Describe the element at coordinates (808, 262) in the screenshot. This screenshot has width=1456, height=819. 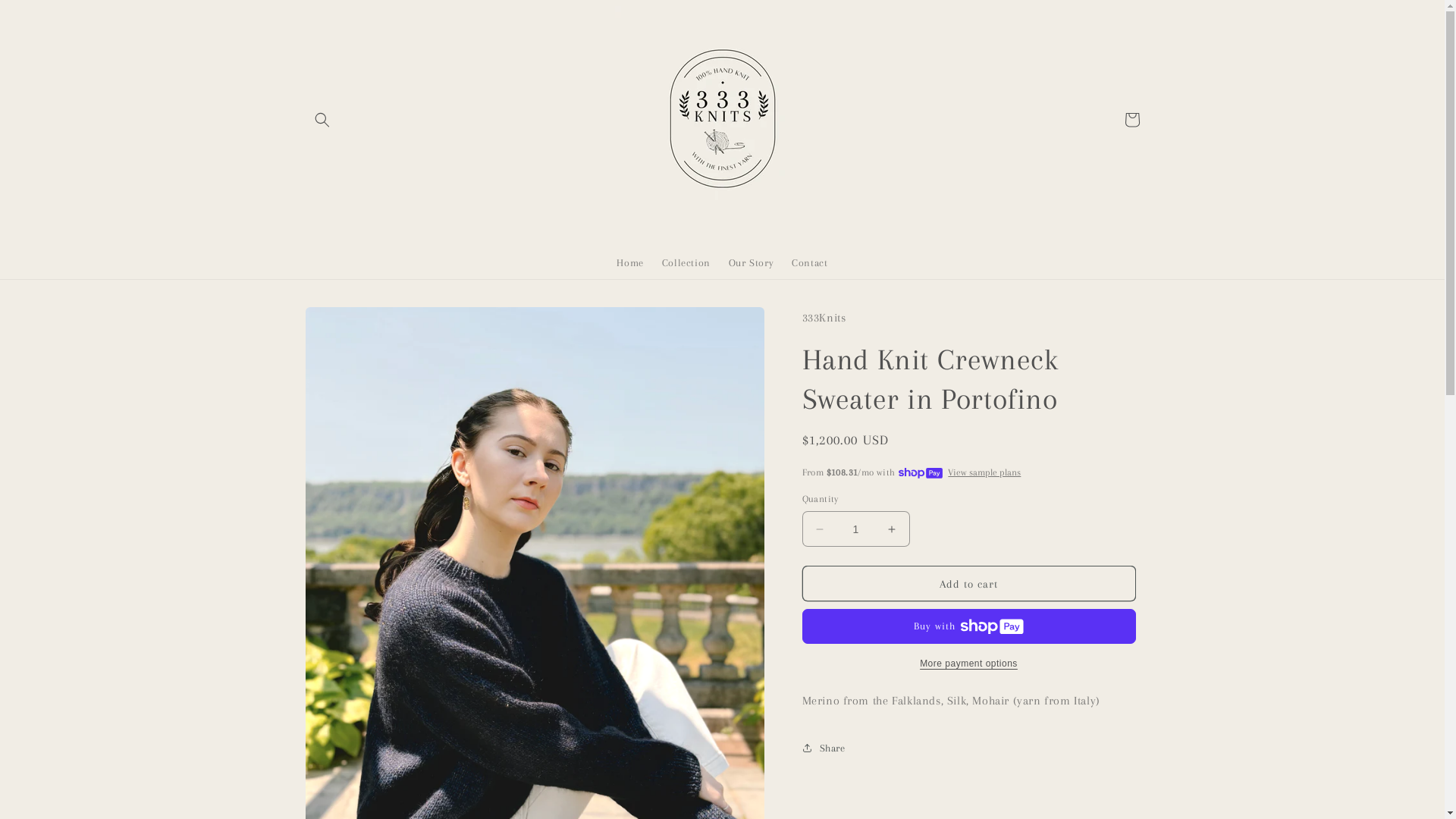
I see `'Contact'` at that location.